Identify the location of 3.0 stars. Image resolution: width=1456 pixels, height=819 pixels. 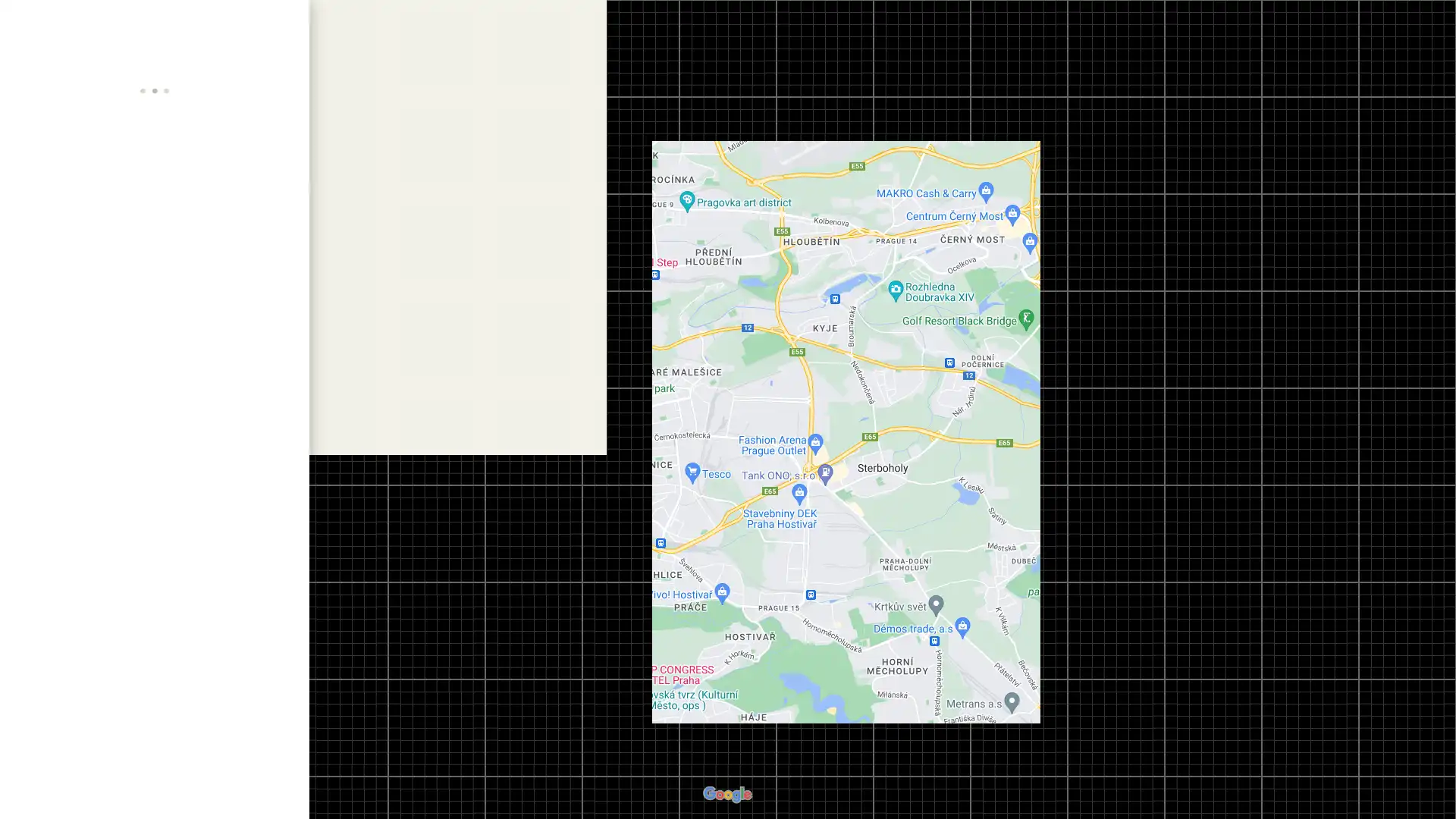
(55, 228).